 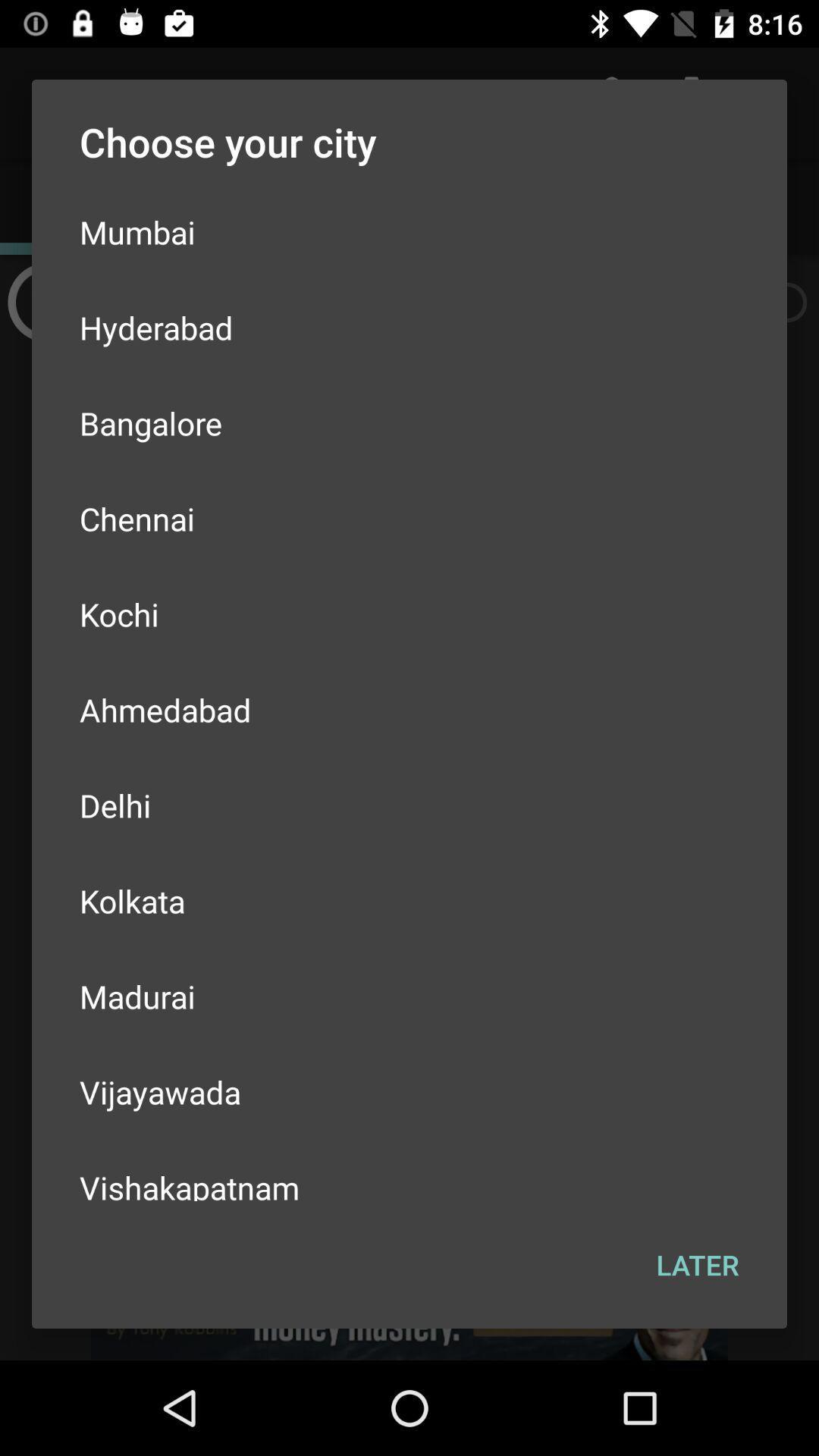 I want to click on vijayawada, so click(x=409, y=1092).